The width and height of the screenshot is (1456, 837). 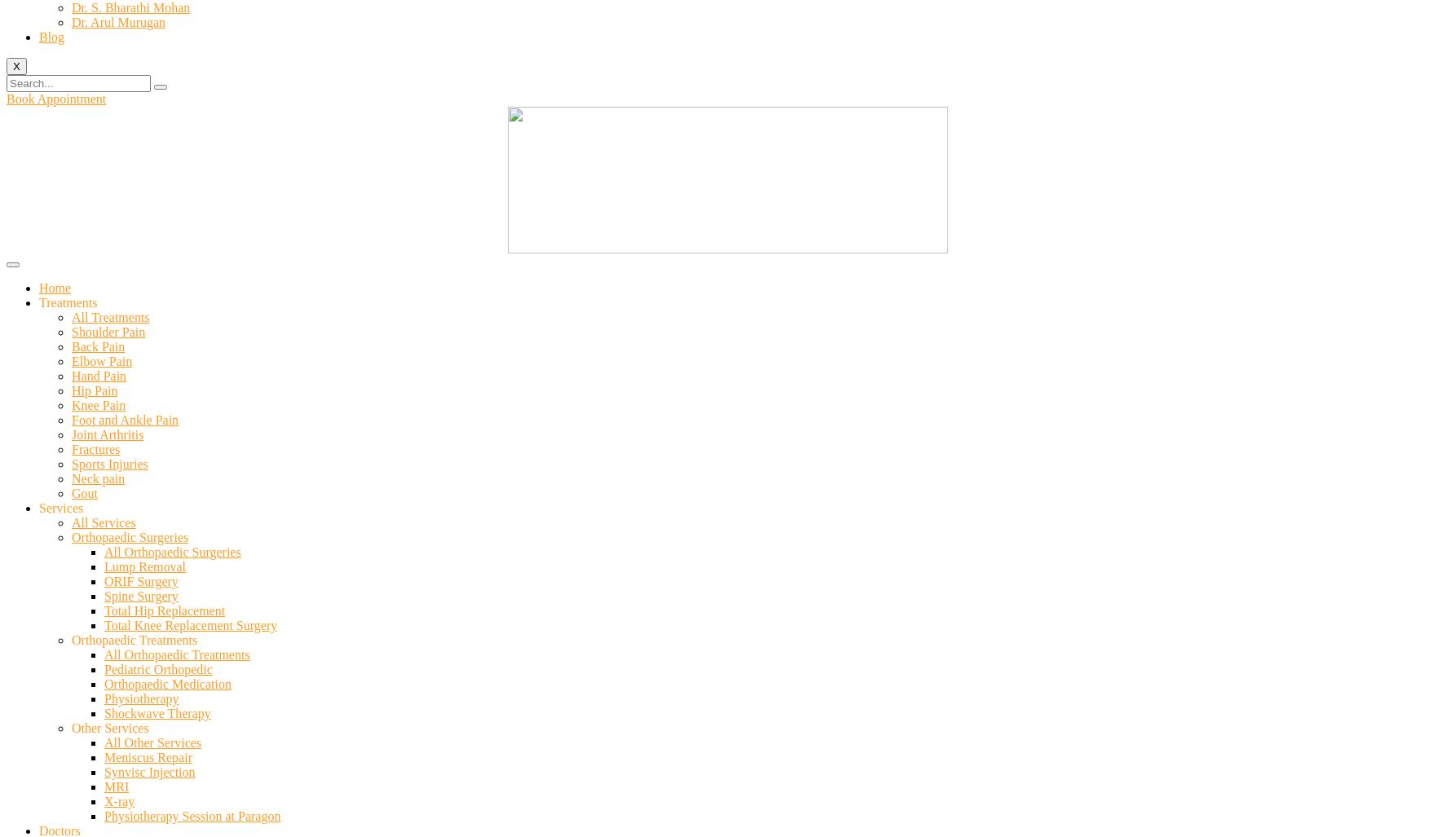 What do you see at coordinates (147, 757) in the screenshot?
I see `'Meniscus Repair'` at bounding box center [147, 757].